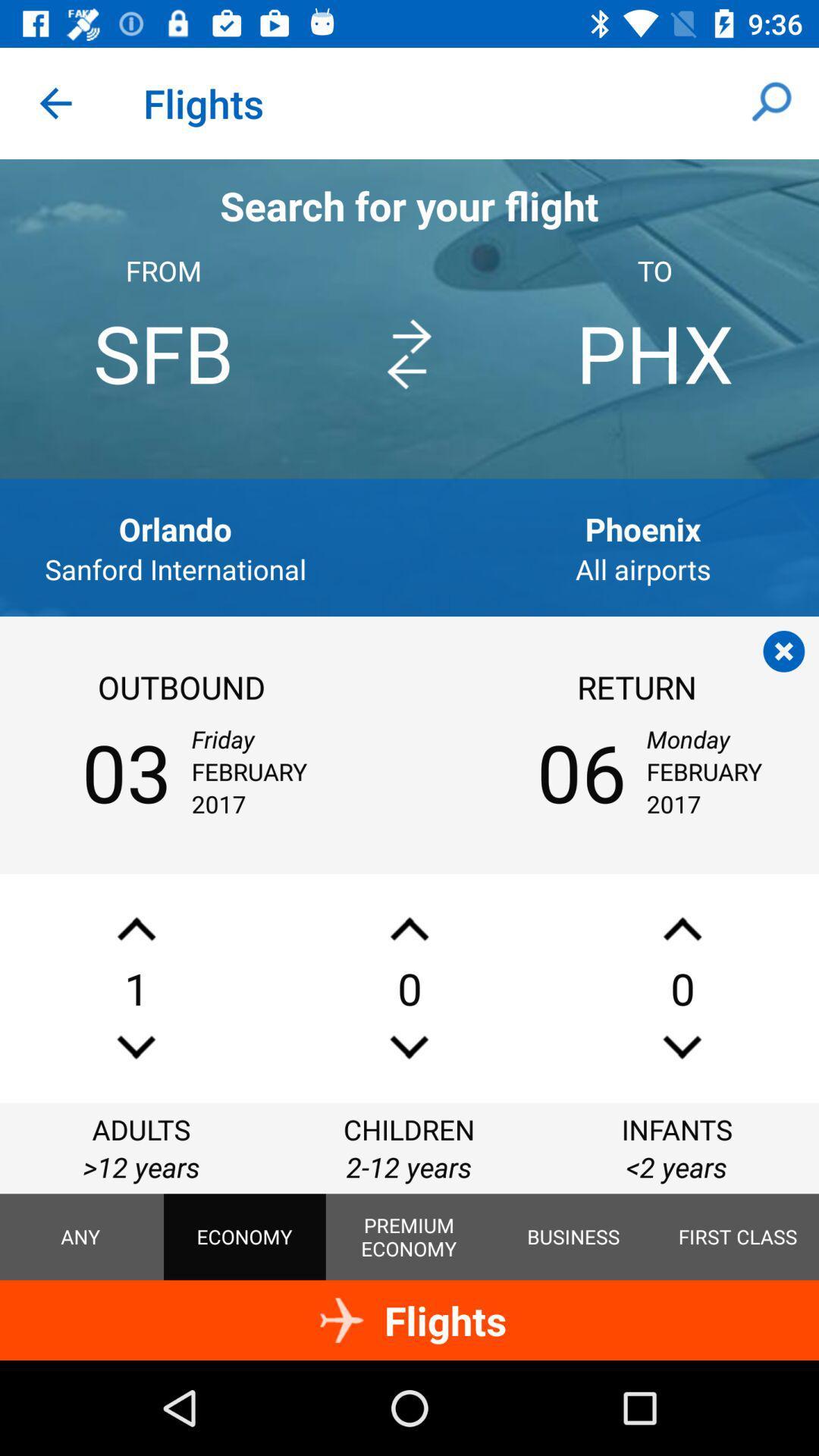 The width and height of the screenshot is (819, 1456). Describe the element at coordinates (681, 928) in the screenshot. I see `increase number` at that location.